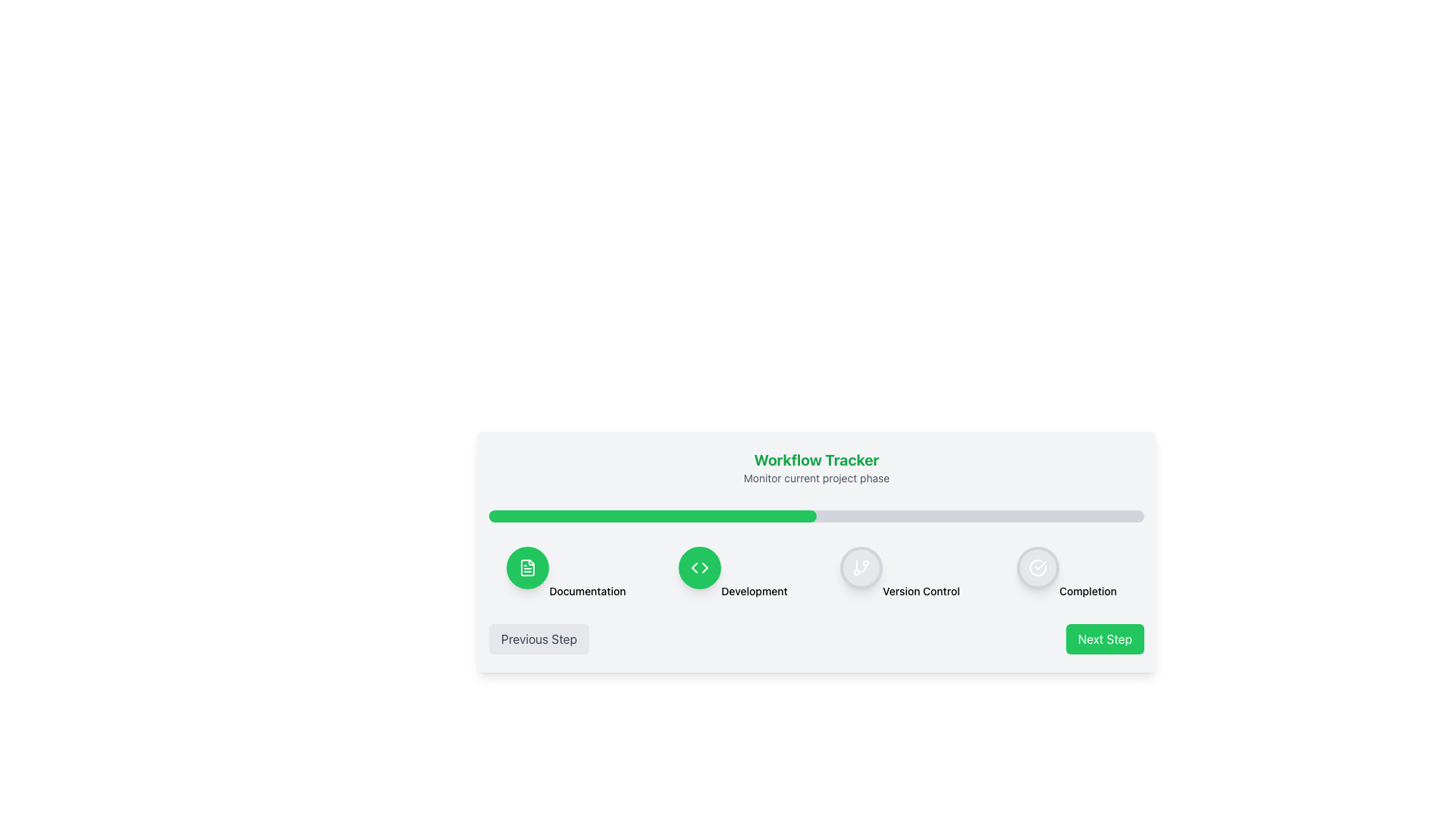 This screenshot has height=819, width=1456. Describe the element at coordinates (566, 573) in the screenshot. I see `the Progress Indicator Phase Item` at that location.